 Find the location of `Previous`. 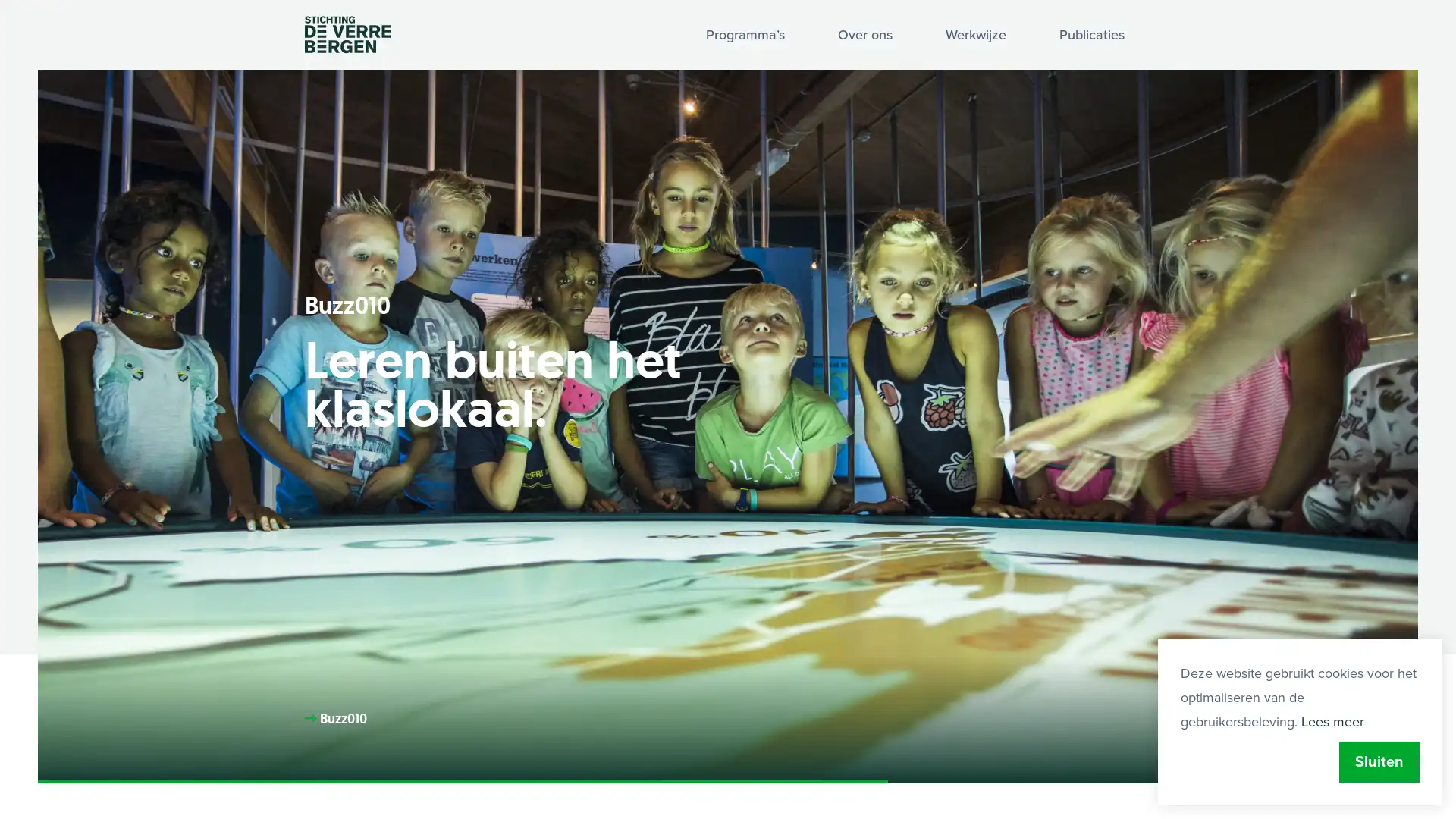

Previous is located at coordinates (1280, 744).